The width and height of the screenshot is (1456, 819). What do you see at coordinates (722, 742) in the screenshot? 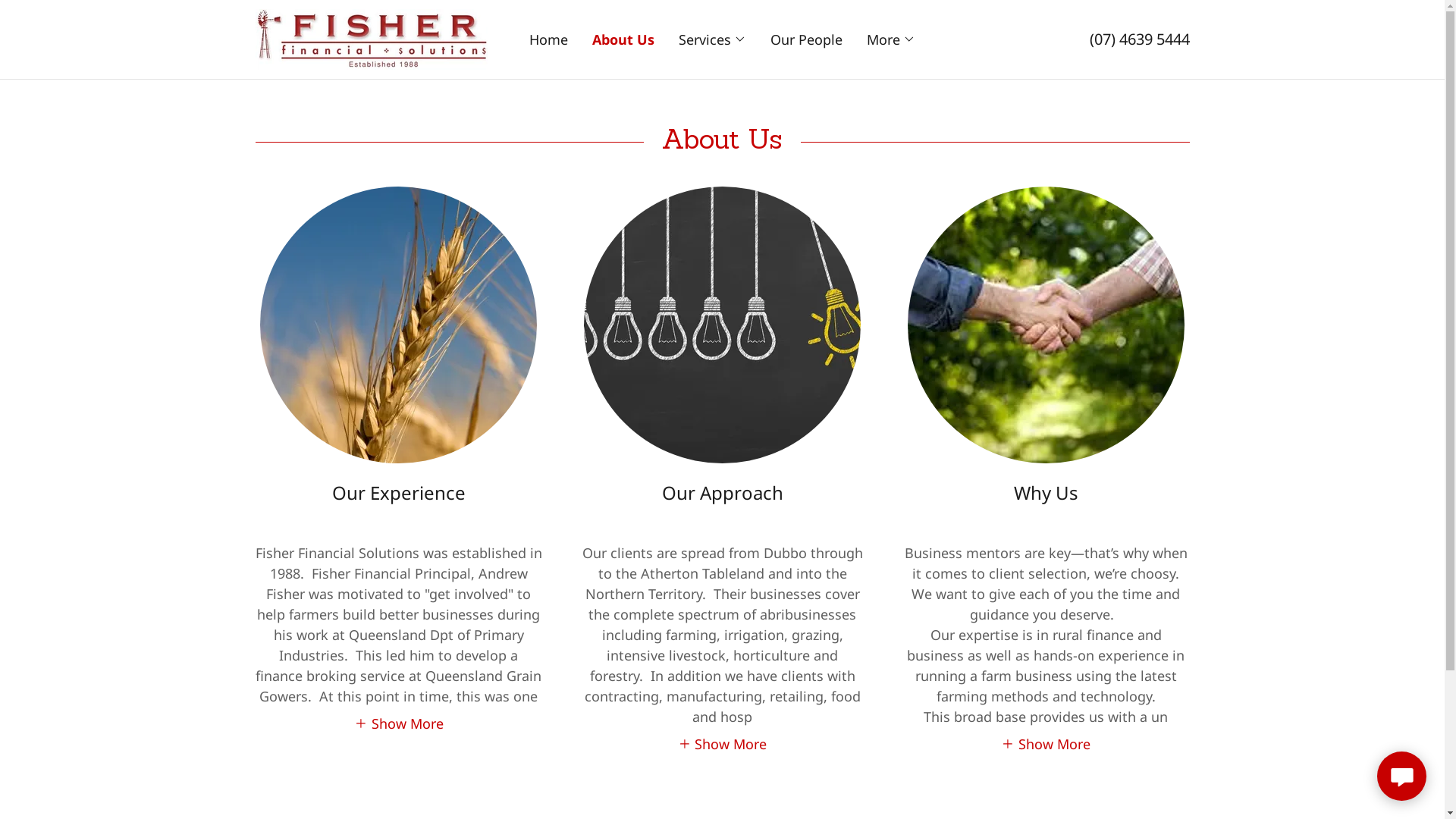
I see `'Show More'` at bounding box center [722, 742].